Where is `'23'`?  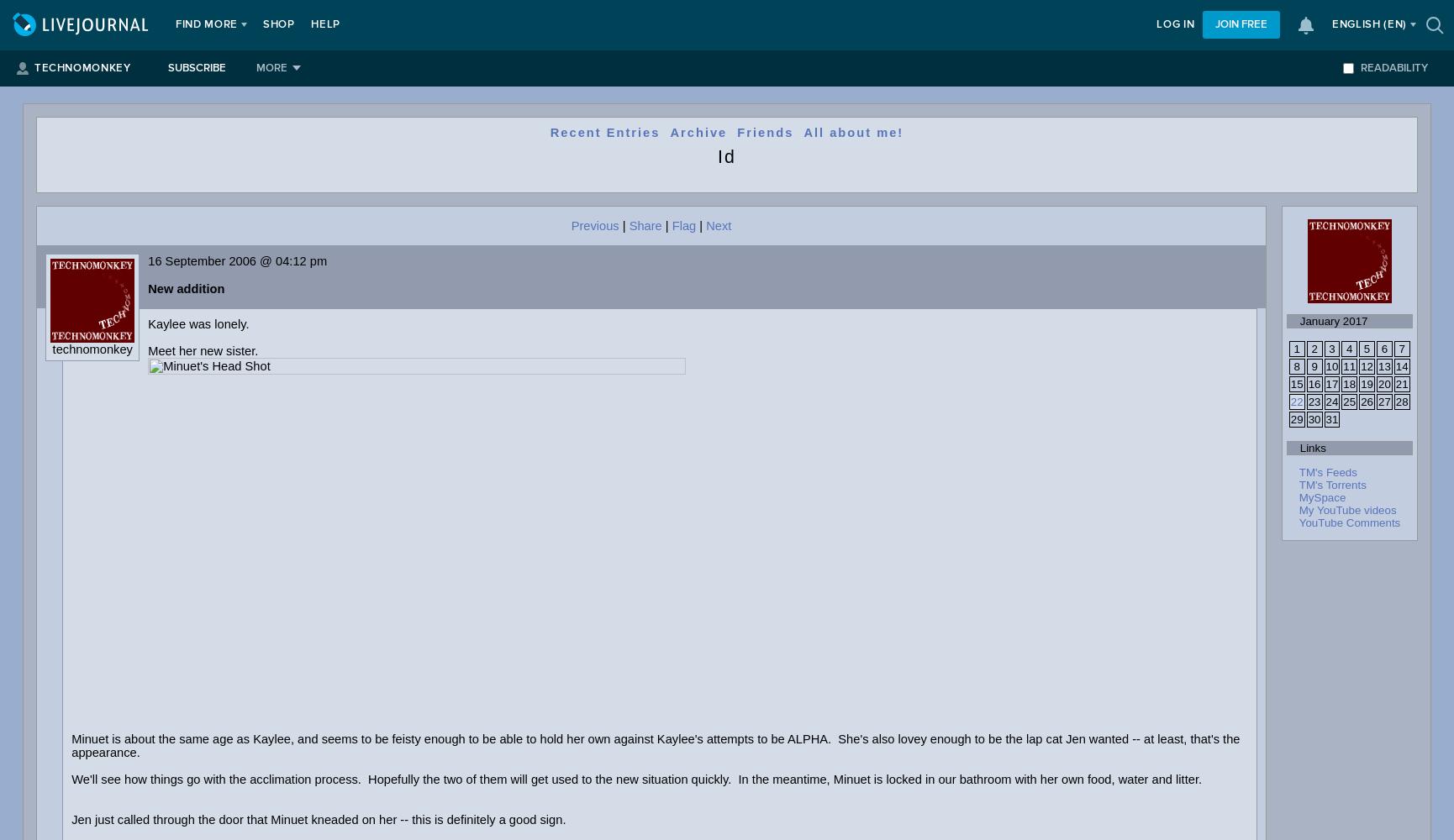 '23' is located at coordinates (1314, 401).